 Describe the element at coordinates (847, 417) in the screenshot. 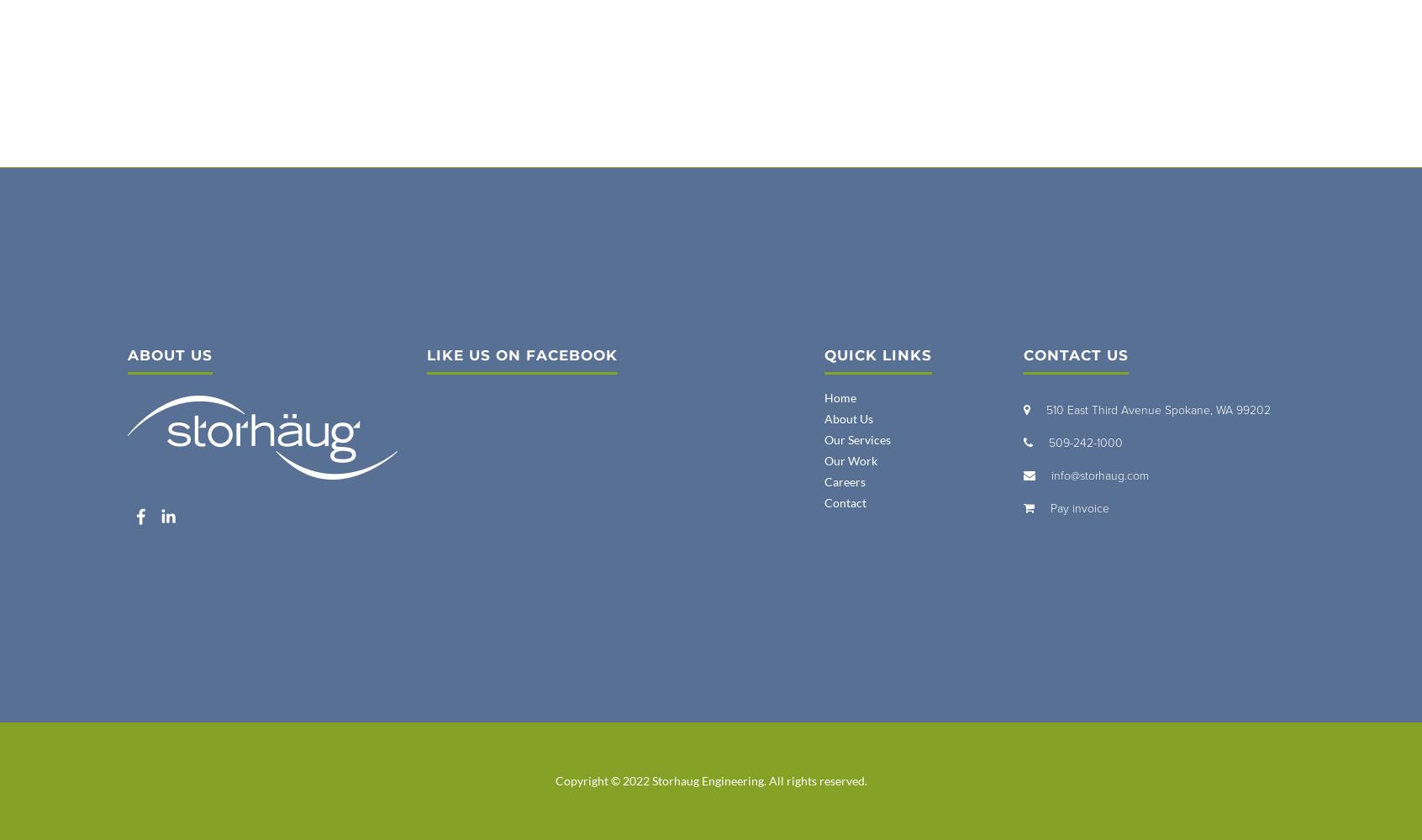

I see `'About Us'` at that location.